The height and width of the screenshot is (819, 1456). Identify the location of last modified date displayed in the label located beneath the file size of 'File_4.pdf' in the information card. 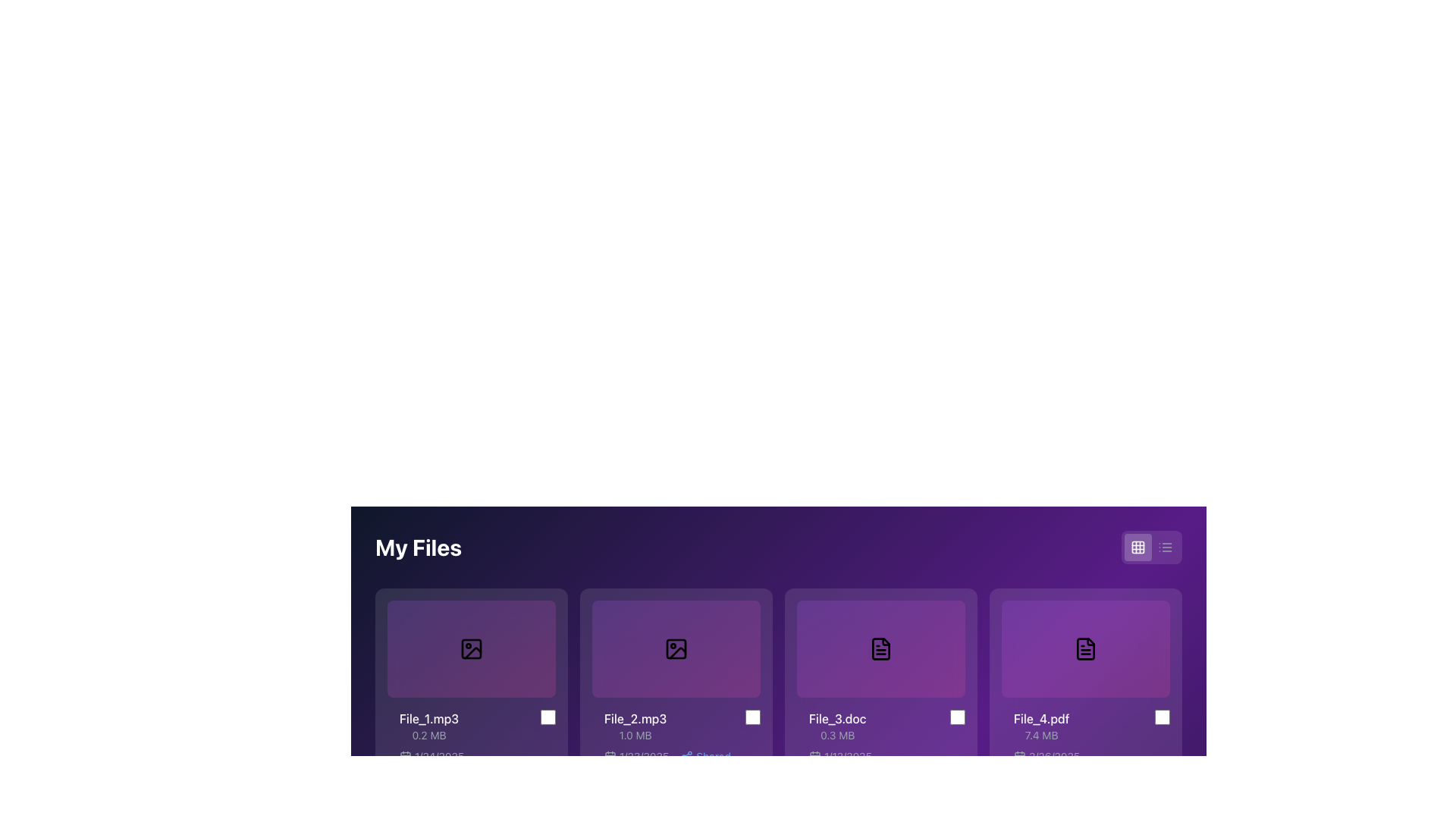
(1092, 757).